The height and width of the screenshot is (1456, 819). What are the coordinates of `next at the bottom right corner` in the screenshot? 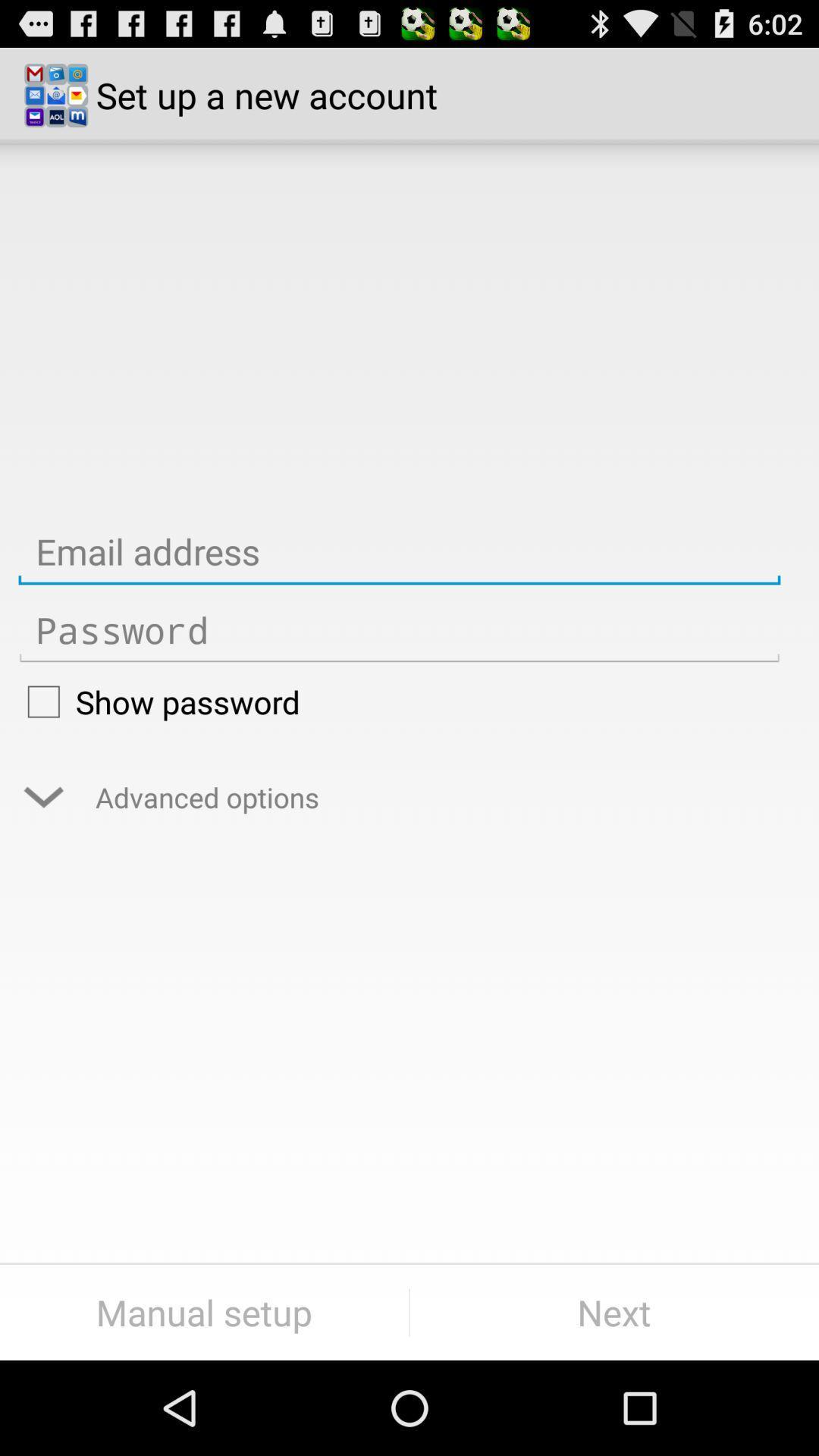 It's located at (614, 1312).